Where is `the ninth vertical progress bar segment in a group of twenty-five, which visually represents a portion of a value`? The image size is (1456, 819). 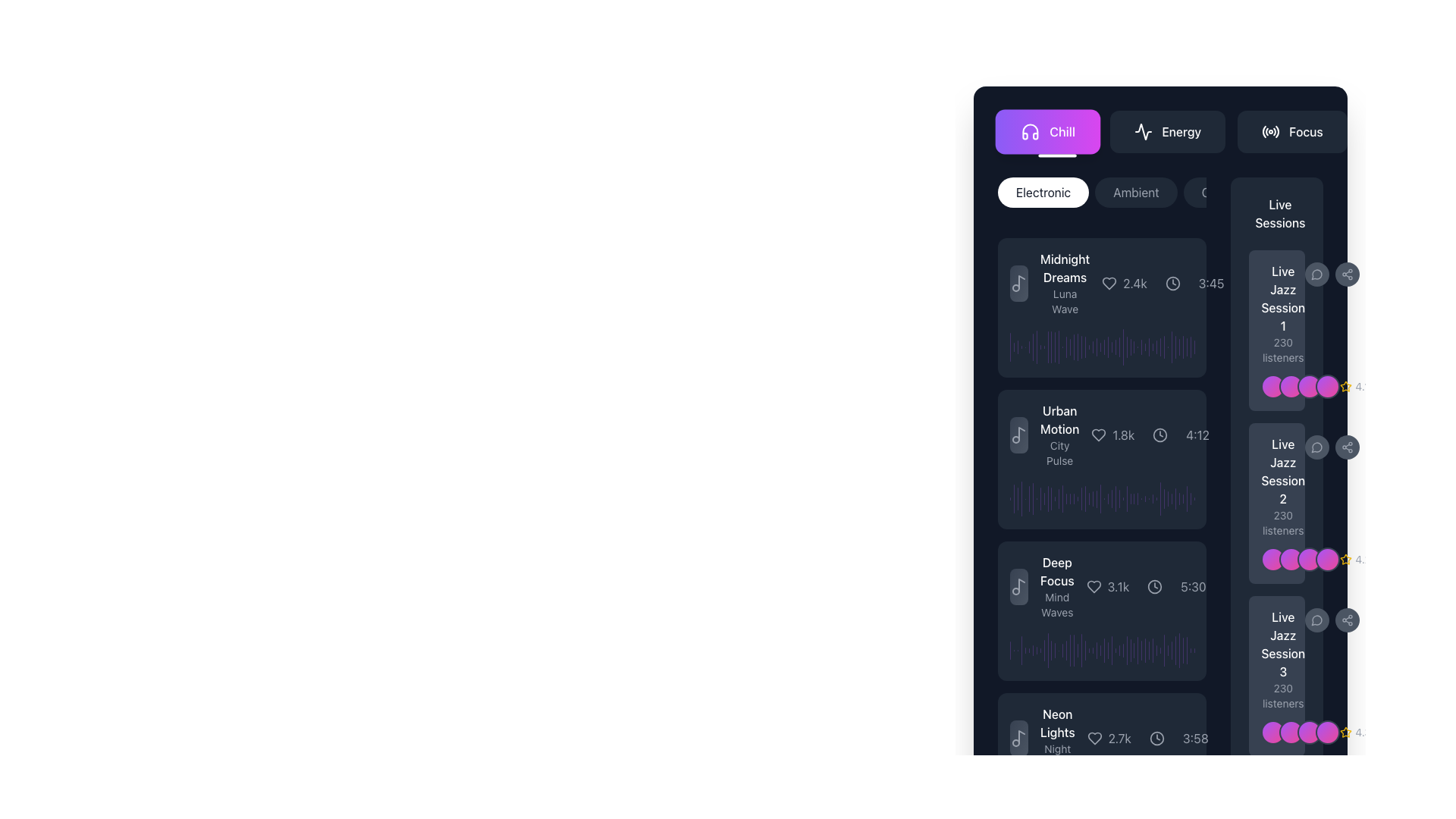 the ninth vertical progress bar segment in a group of twenty-five, which visually represents a portion of a value is located at coordinates (1040, 498).